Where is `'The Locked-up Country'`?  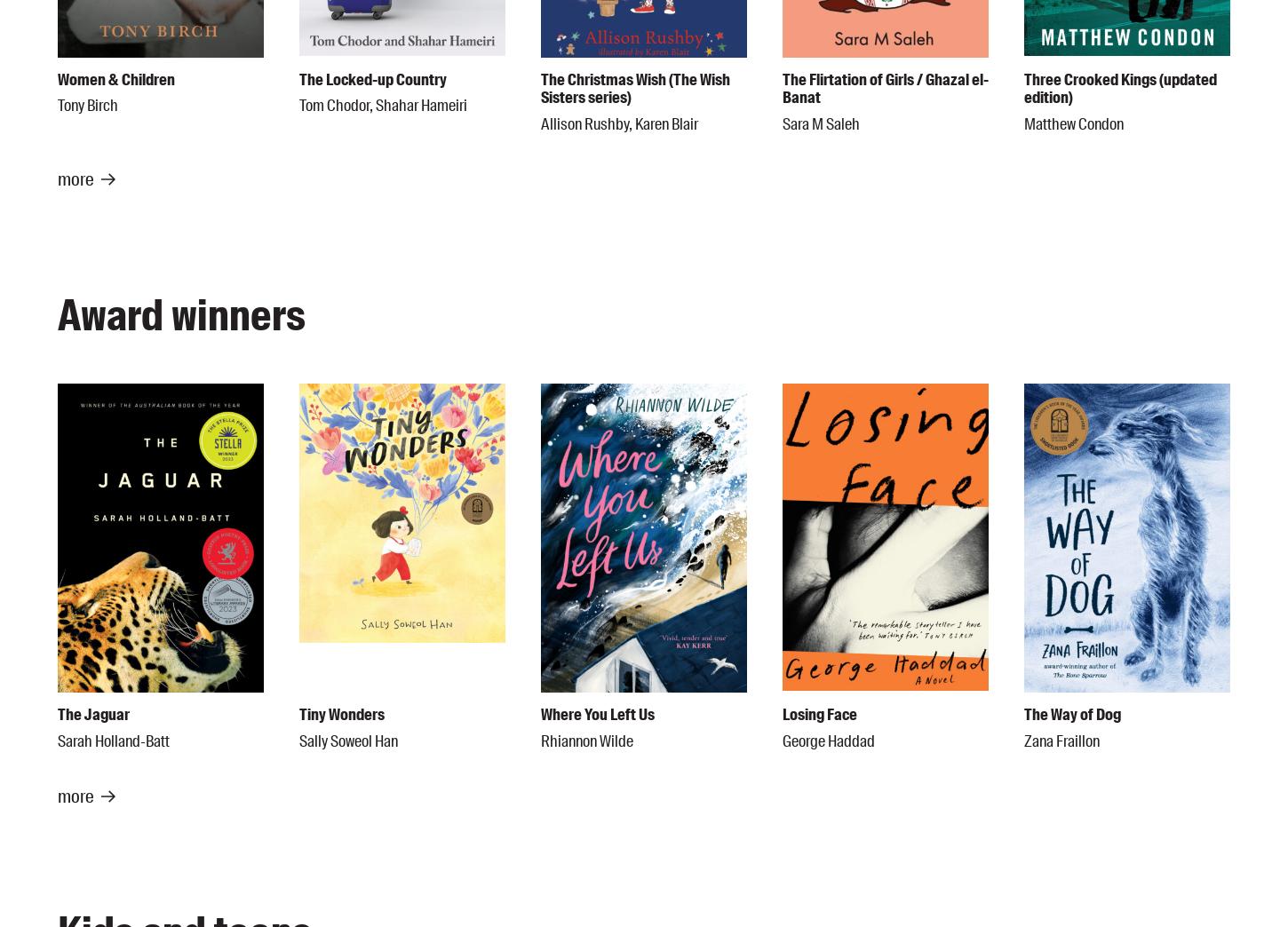
'The Locked-up Country' is located at coordinates (372, 78).